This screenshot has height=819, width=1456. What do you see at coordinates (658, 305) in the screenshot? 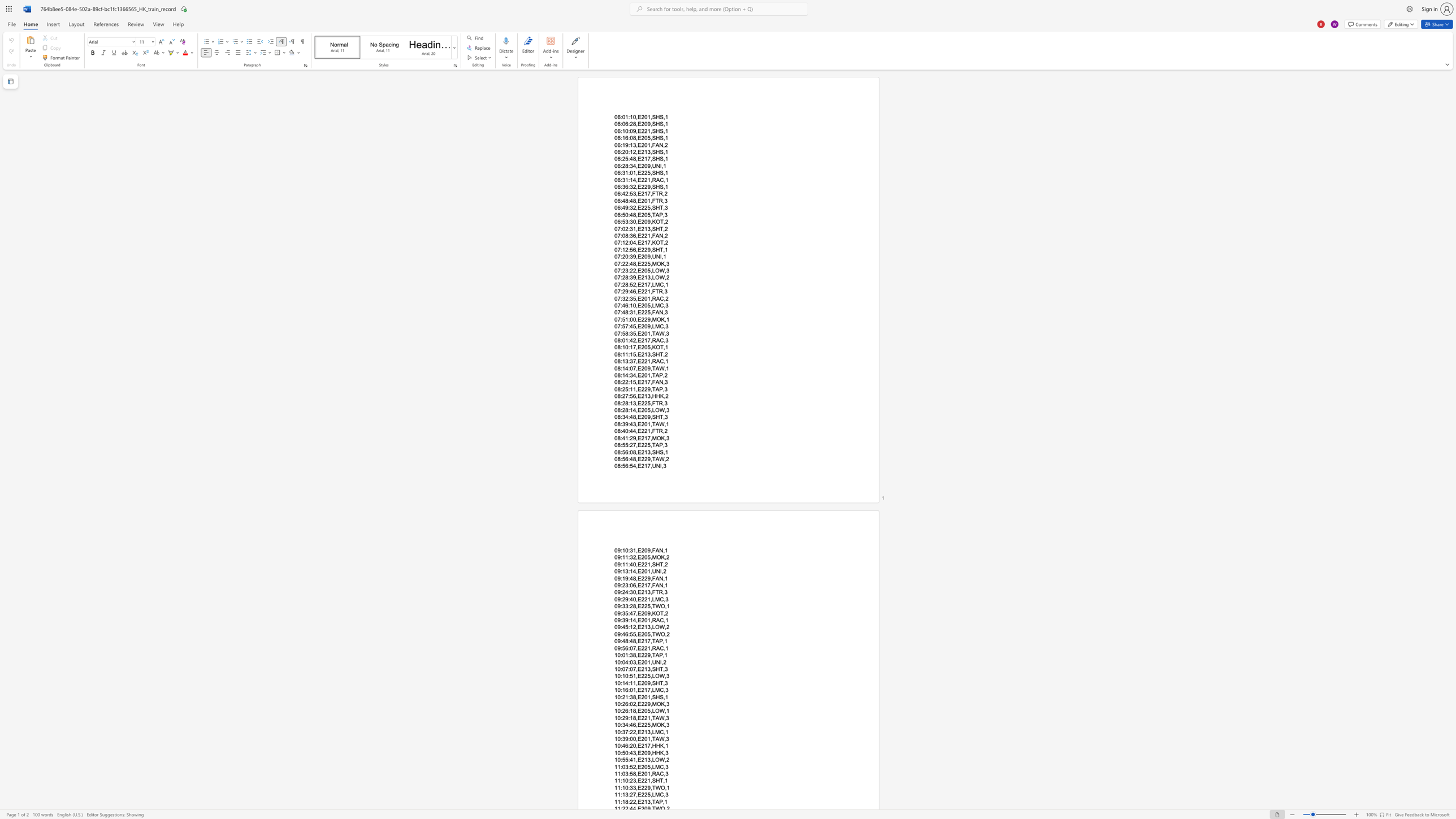
I see `the space between the continuous character "M" and "C" in the text` at bounding box center [658, 305].